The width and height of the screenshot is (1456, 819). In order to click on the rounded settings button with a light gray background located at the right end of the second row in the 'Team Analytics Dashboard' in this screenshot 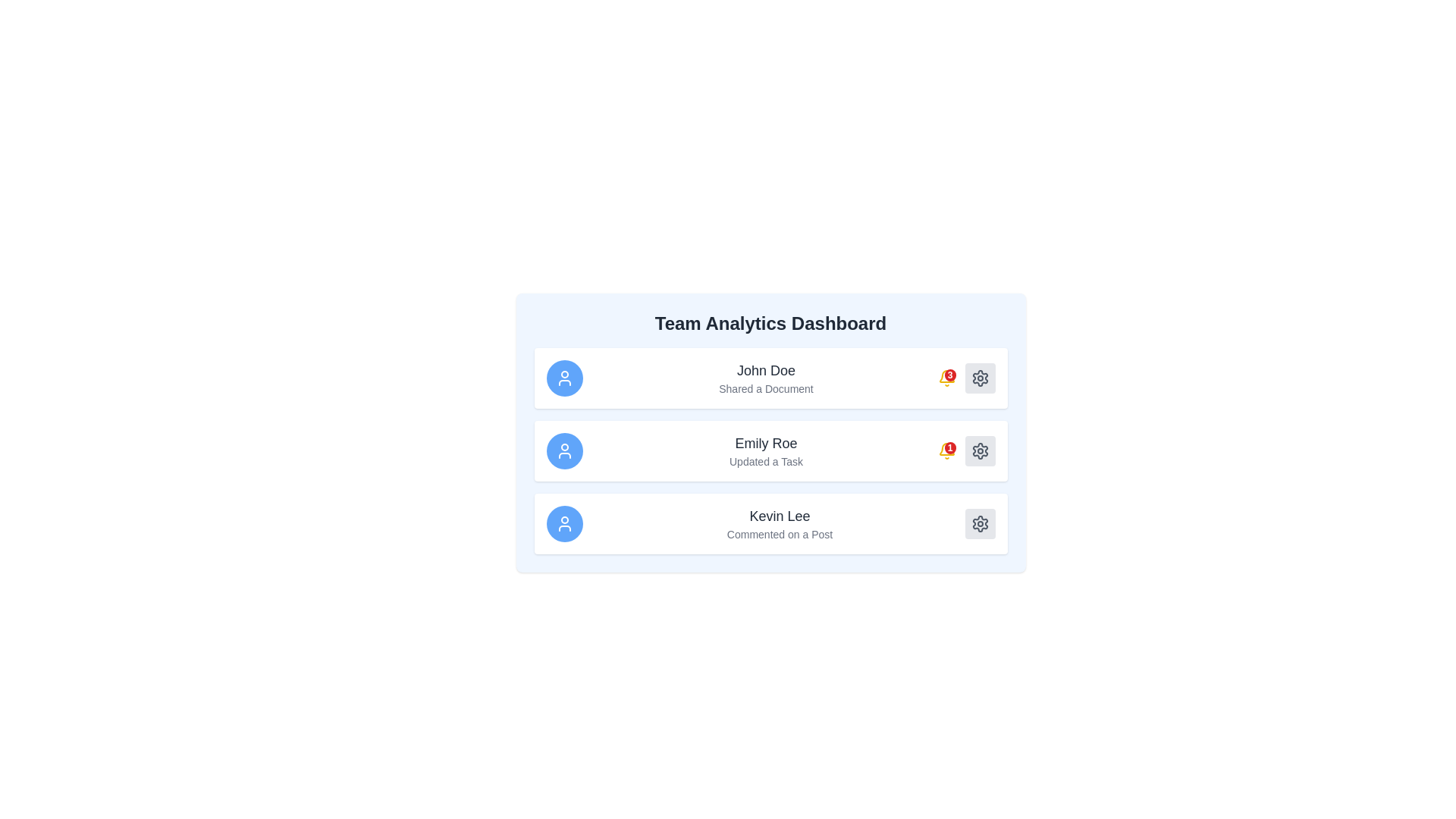, I will do `click(980, 450)`.